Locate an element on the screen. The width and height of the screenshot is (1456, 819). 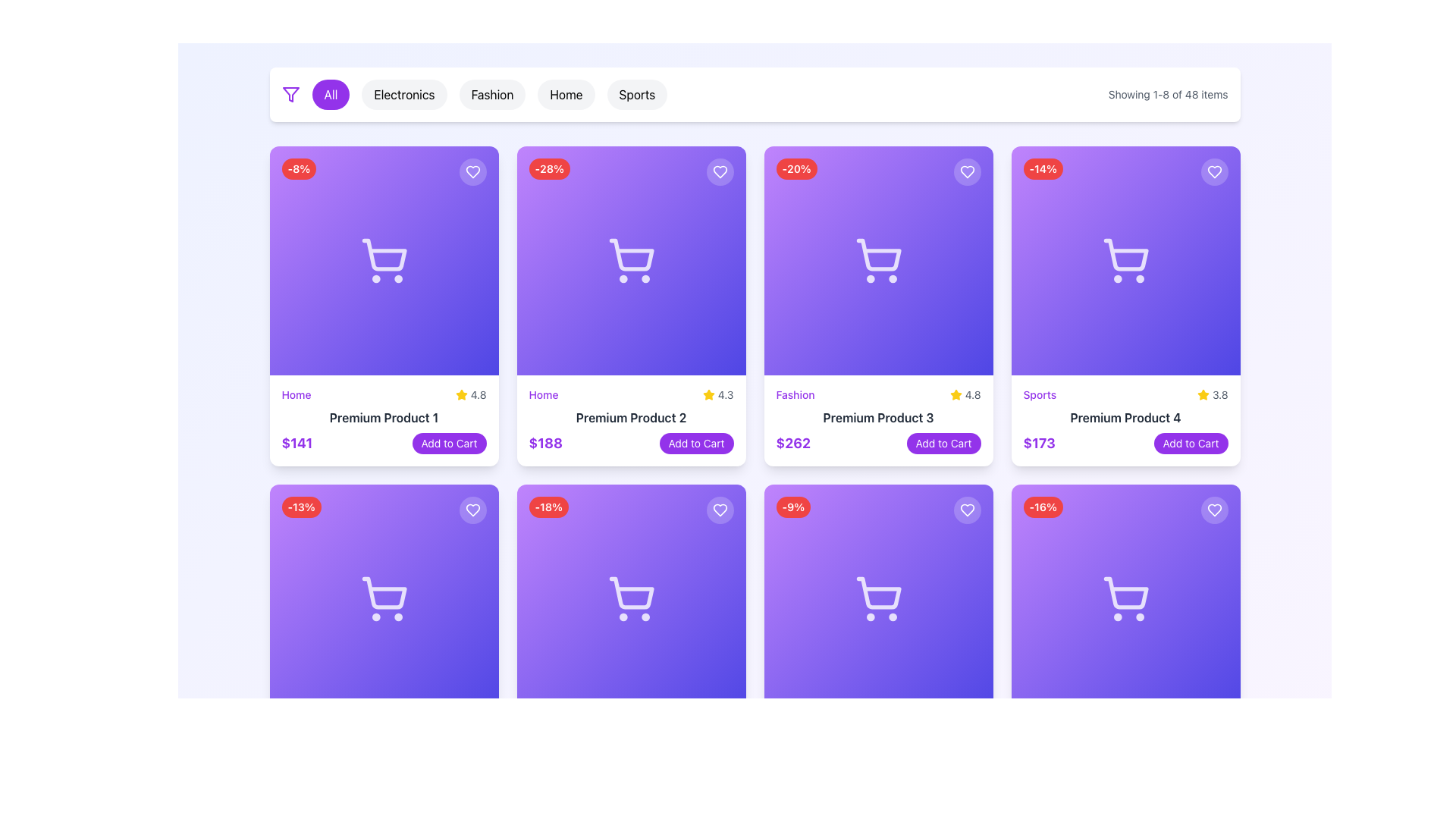
the circular button with a white heart-shaped icon located in the top-right corner of the card displaying a purple gradient background is located at coordinates (472, 510).